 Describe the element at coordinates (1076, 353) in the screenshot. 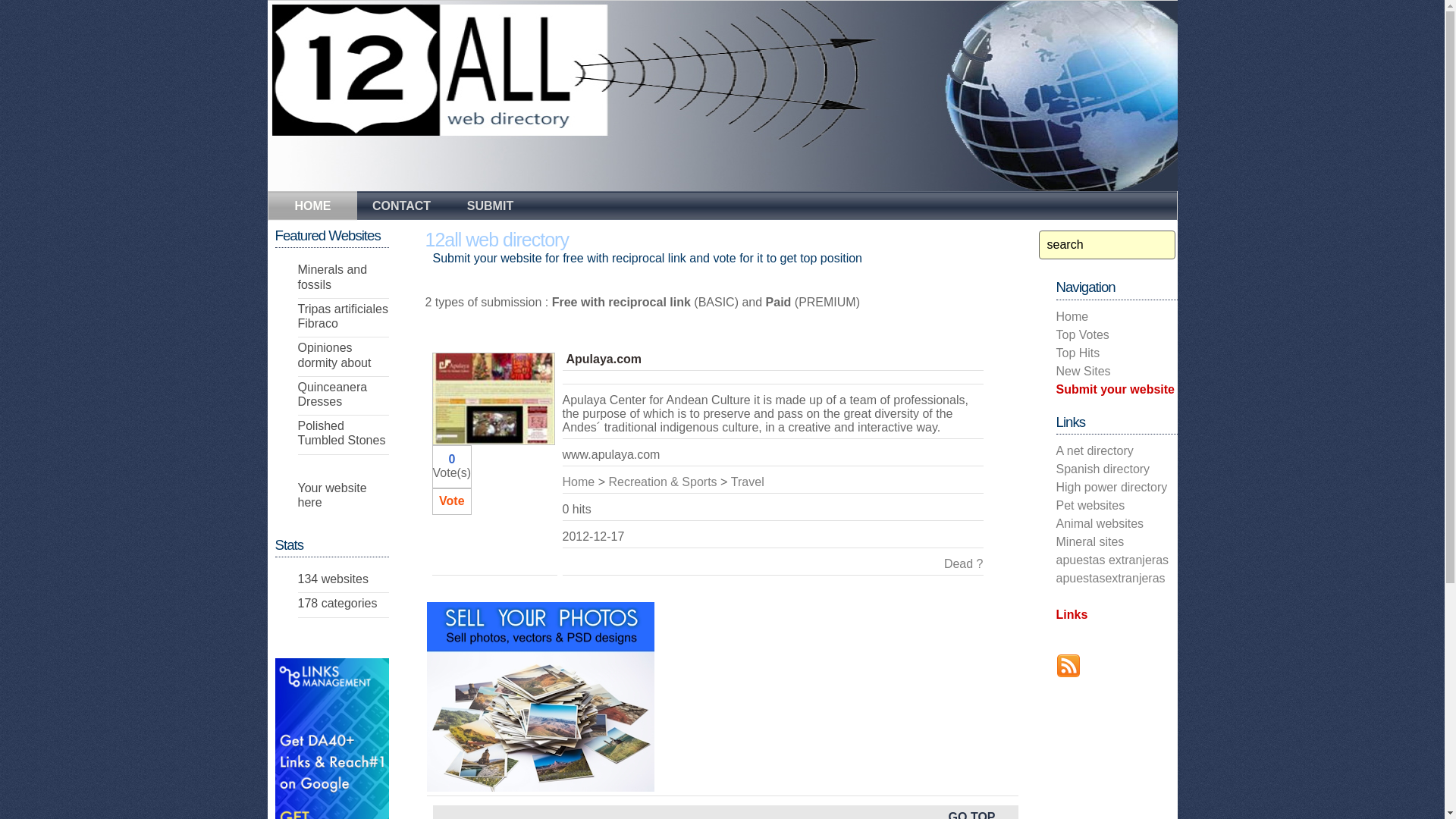

I see `'Top Hits'` at that location.